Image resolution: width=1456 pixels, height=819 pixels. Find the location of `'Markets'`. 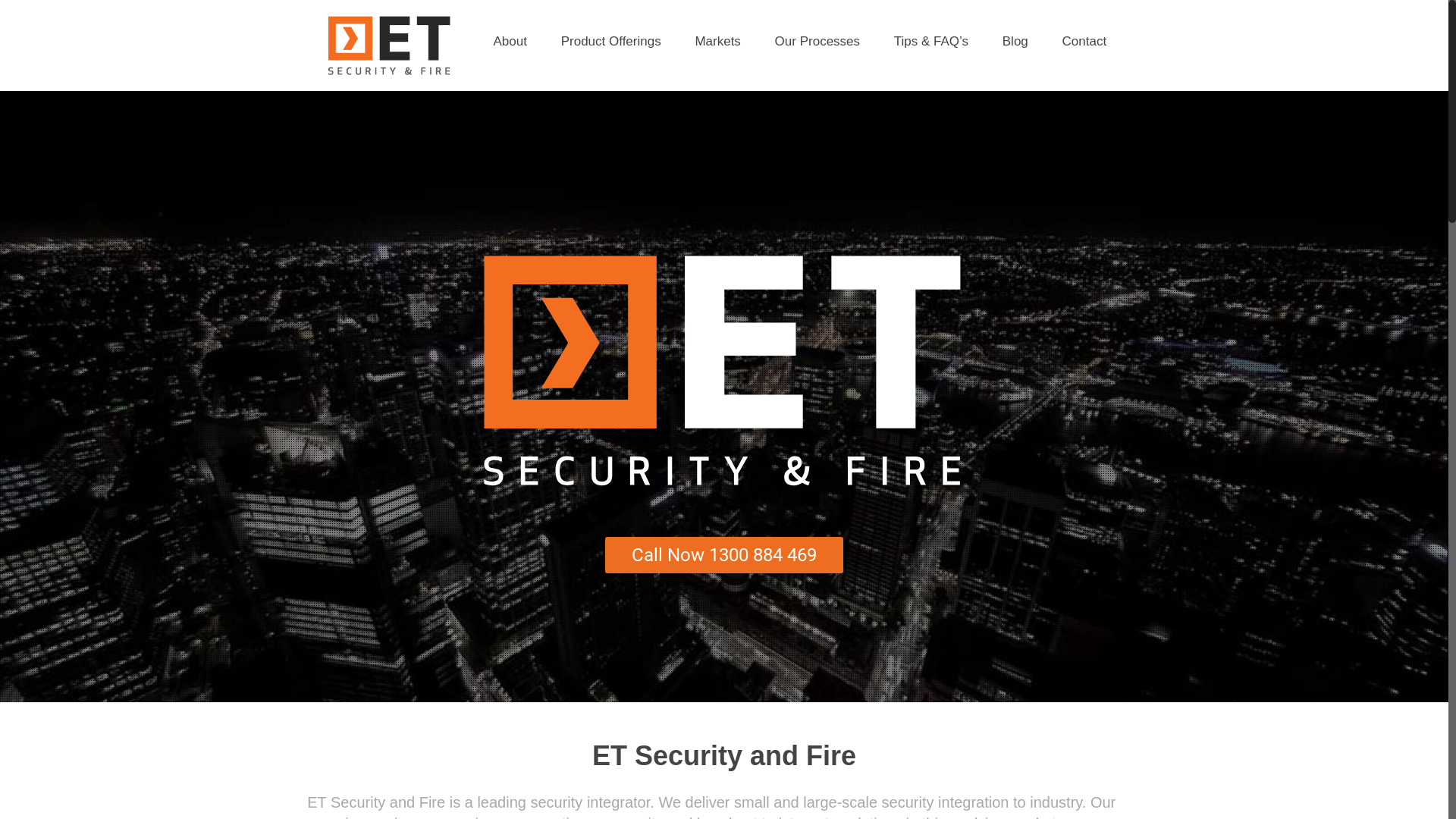

'Markets' is located at coordinates (679, 40).